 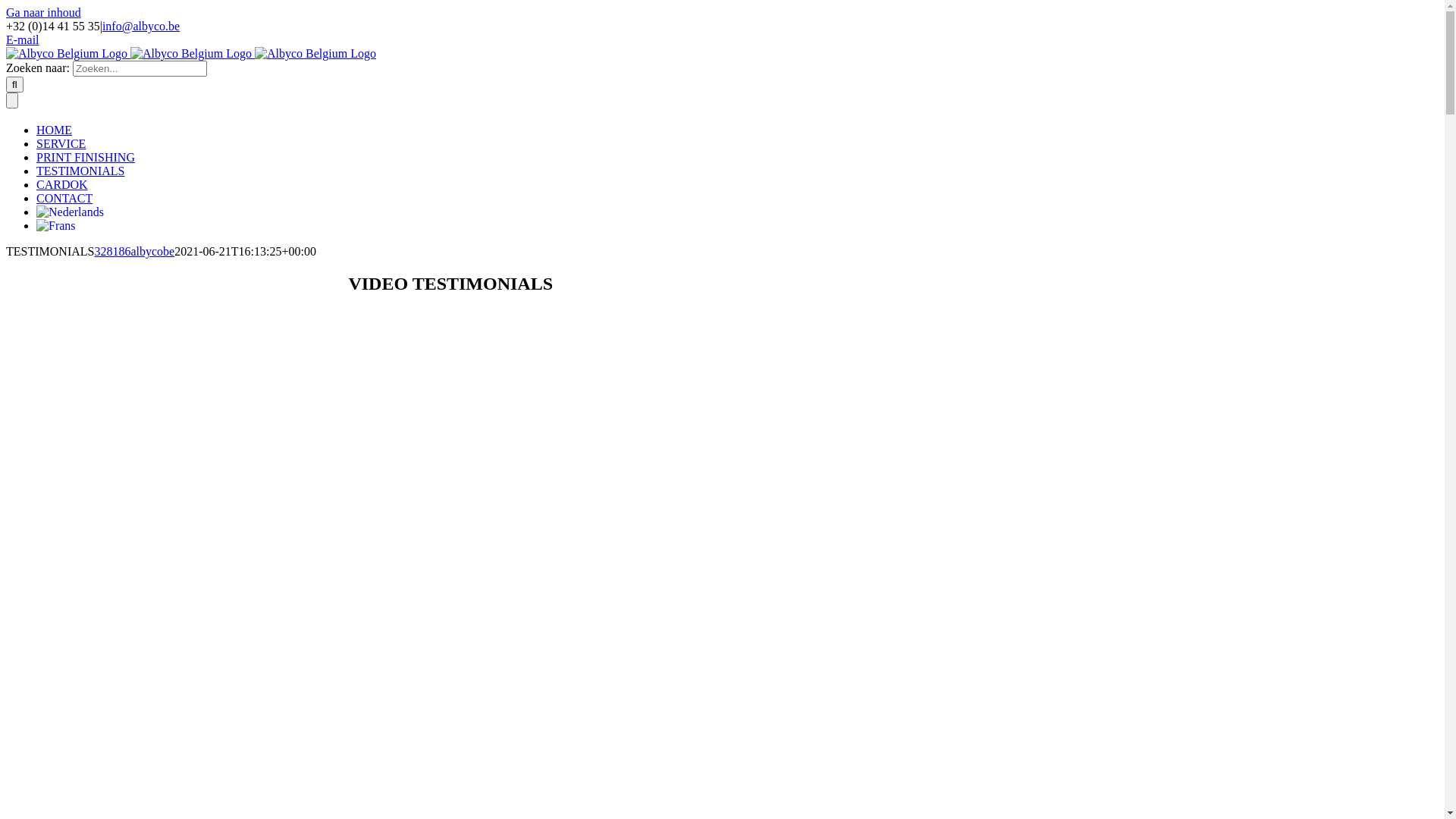 What do you see at coordinates (36, 129) in the screenshot?
I see `'HOME'` at bounding box center [36, 129].